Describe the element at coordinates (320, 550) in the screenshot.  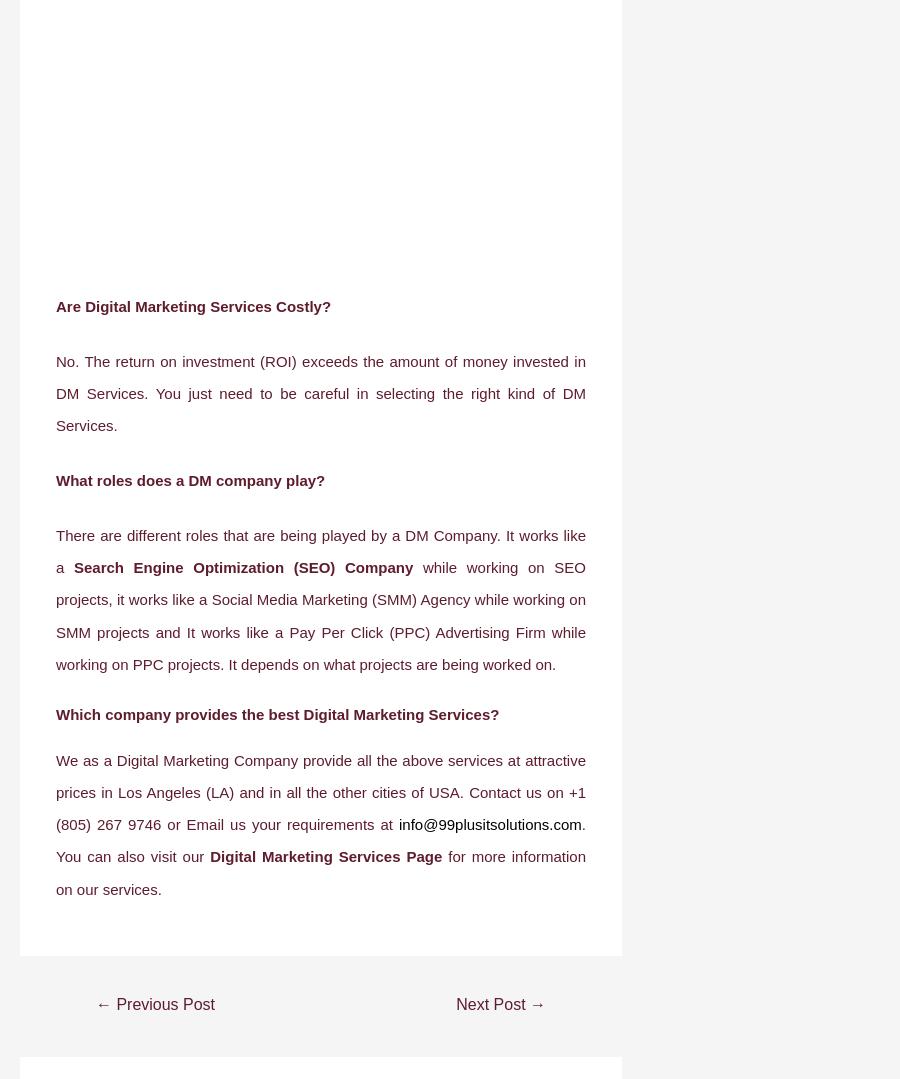
I see `'There are different roles that are being played by a DM Company. It works like a'` at that location.